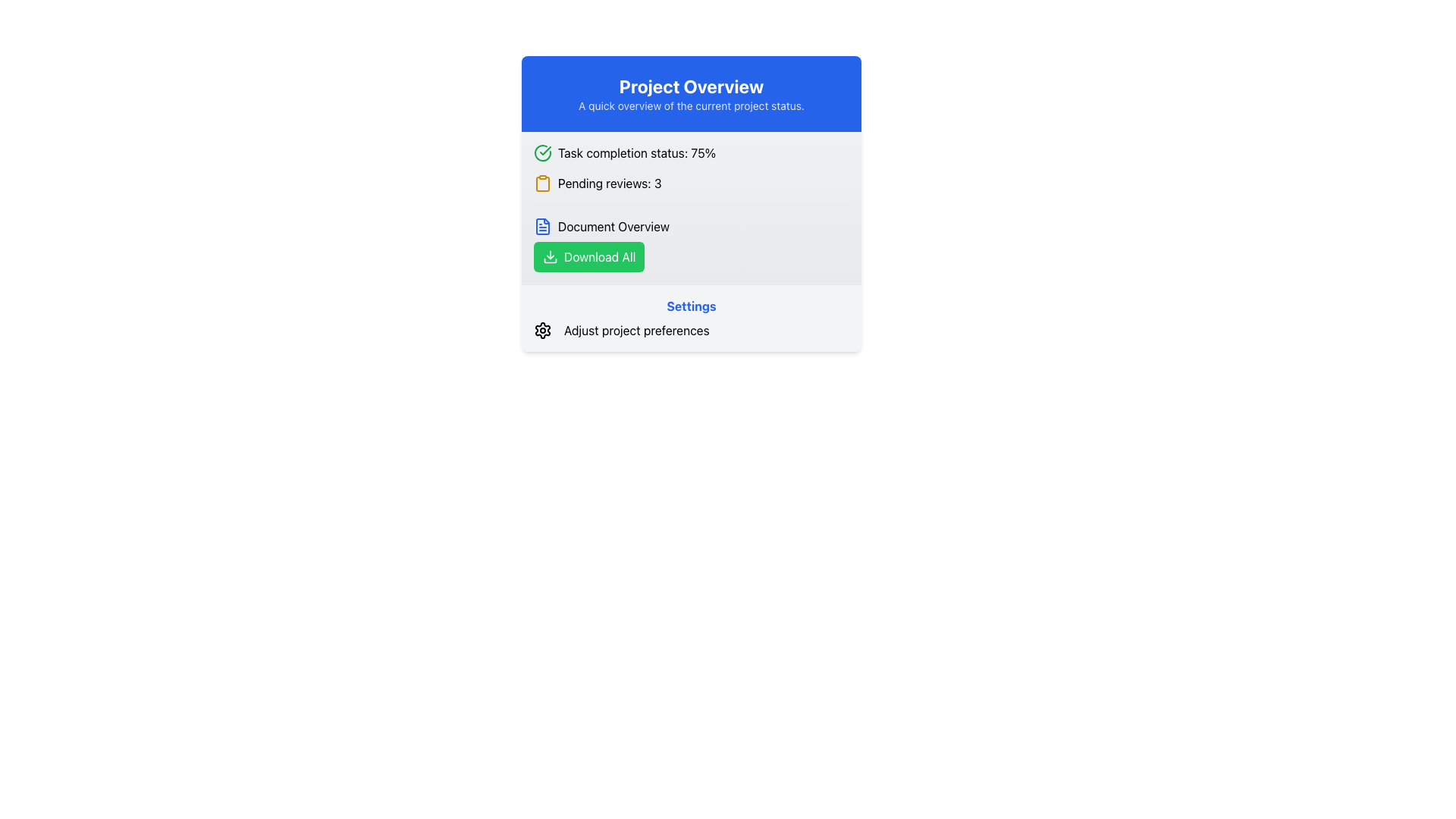 Image resolution: width=1456 pixels, height=819 pixels. What do you see at coordinates (542, 152) in the screenshot?
I see `the completion status icon located to the left of the text 'Task completion status: 75%'` at bounding box center [542, 152].